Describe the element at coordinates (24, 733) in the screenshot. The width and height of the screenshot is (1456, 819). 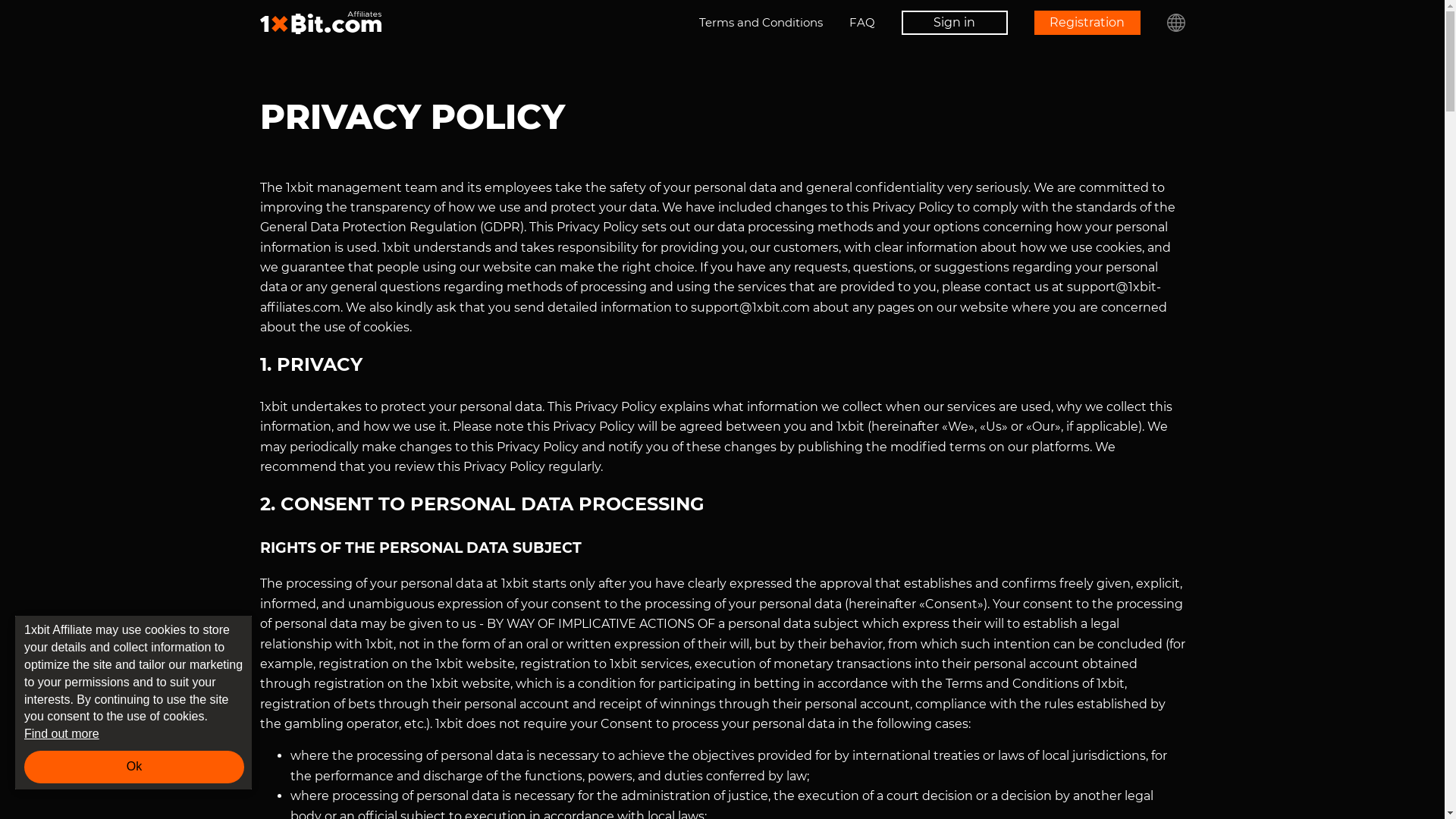
I see `'Find out more'` at that location.